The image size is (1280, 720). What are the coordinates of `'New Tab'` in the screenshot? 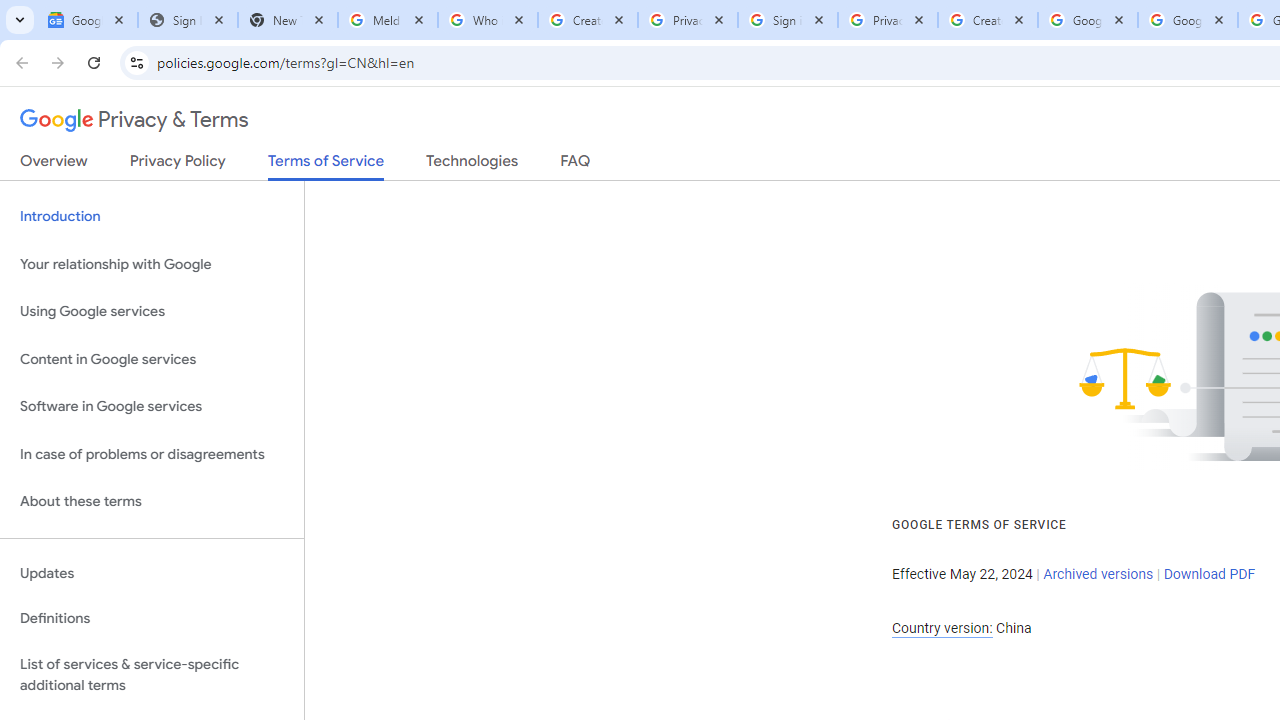 It's located at (287, 20).